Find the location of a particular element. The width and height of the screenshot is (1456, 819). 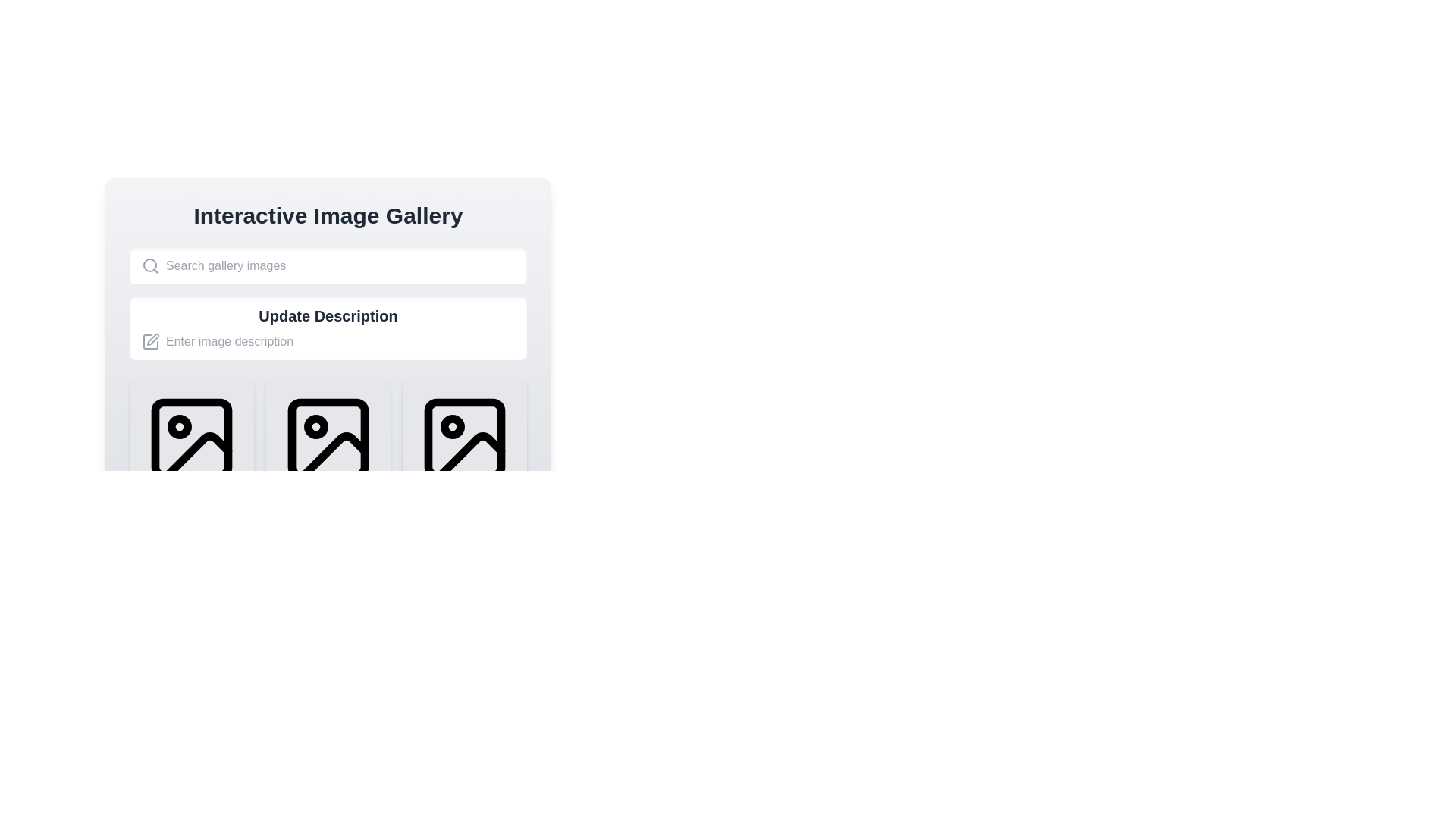

the gray square-shaped icon button resembling a pen, located on the left side of the 'Update Description' section, adjacent to the input field is located at coordinates (150, 342).